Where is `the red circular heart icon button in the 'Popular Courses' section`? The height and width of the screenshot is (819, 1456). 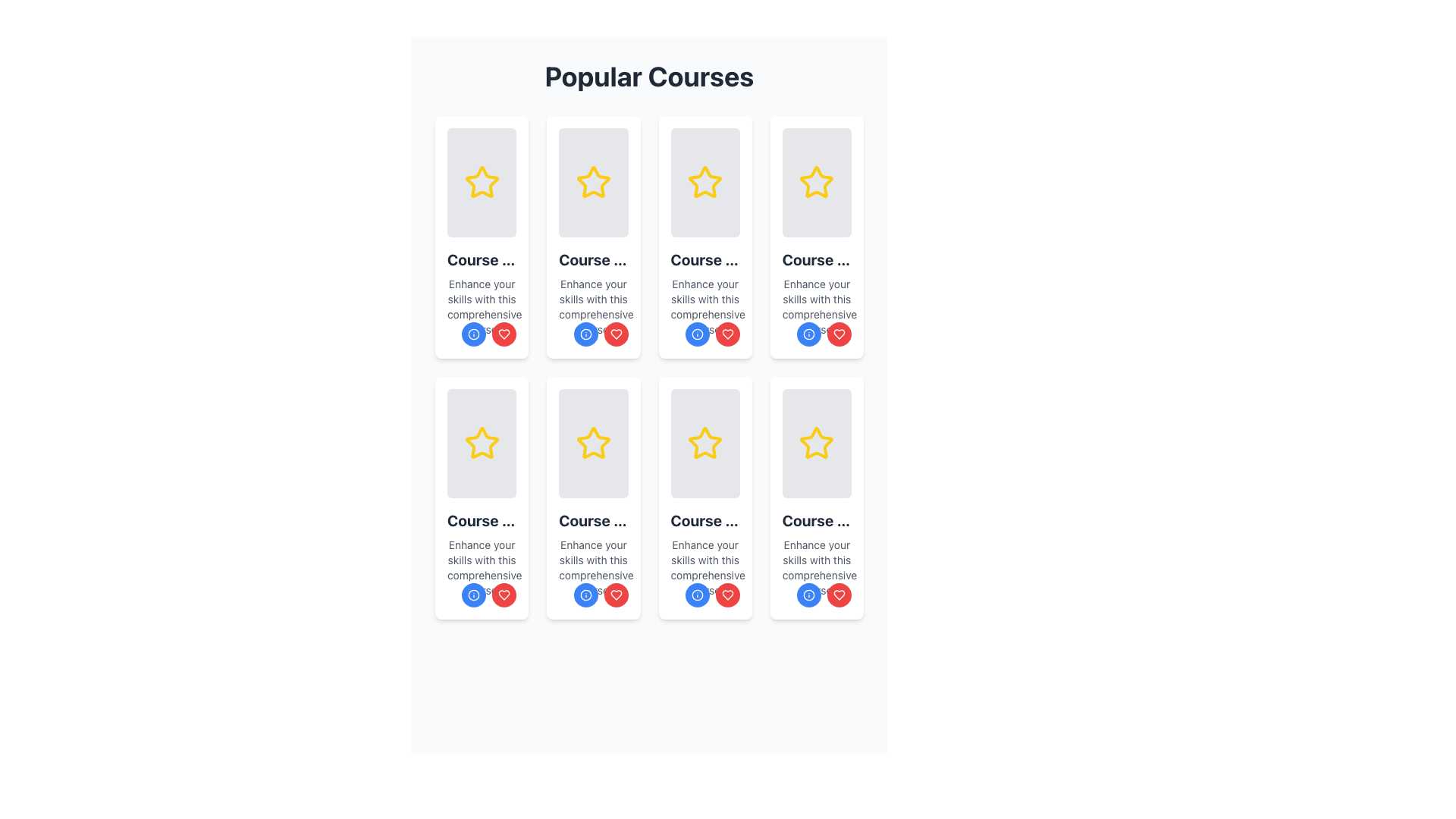
the red circular heart icon button in the 'Popular Courses' section is located at coordinates (504, 333).